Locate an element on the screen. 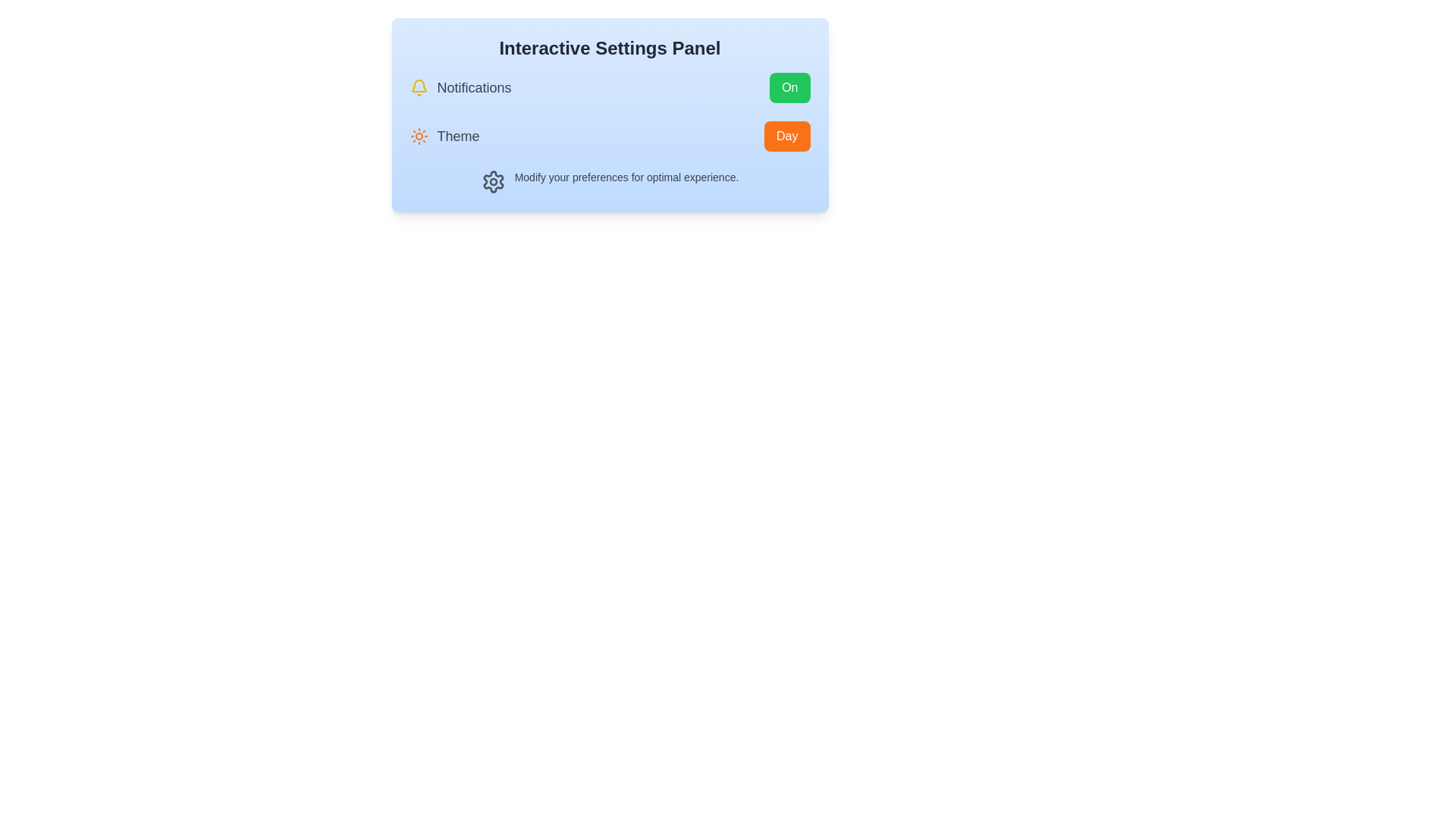  informational text that states 'Modify your preferences for optimal experience', which is located below the 'Notifications' and 'Theme' settings and features a gear icon on the left is located at coordinates (610, 180).